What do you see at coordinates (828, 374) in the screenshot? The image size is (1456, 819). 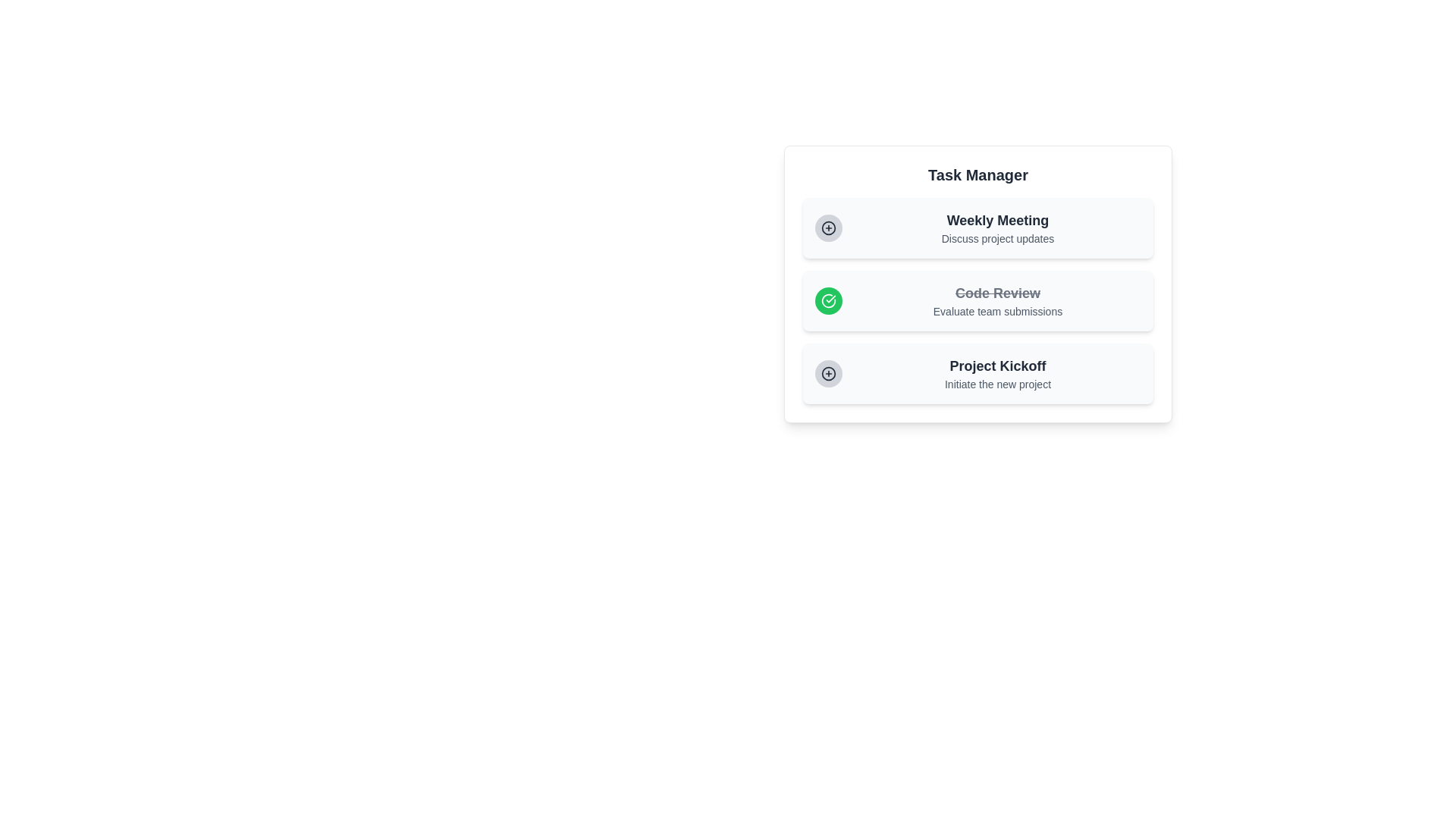 I see `the circular '+' icon with a gray background and darker gray border, located in the 'Task Manager' card to invoke its function` at bounding box center [828, 374].